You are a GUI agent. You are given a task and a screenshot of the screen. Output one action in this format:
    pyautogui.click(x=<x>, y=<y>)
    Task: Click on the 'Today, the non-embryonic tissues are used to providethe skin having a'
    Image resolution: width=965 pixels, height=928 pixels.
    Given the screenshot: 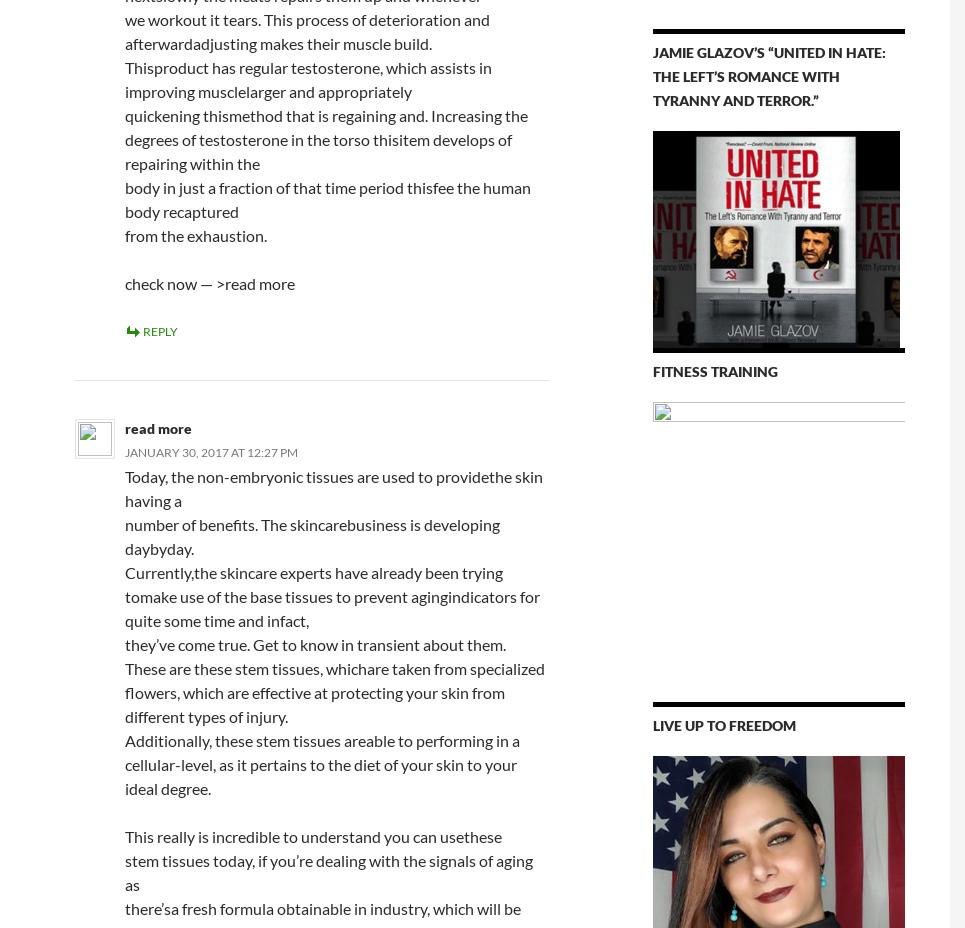 What is the action you would take?
    pyautogui.click(x=124, y=487)
    